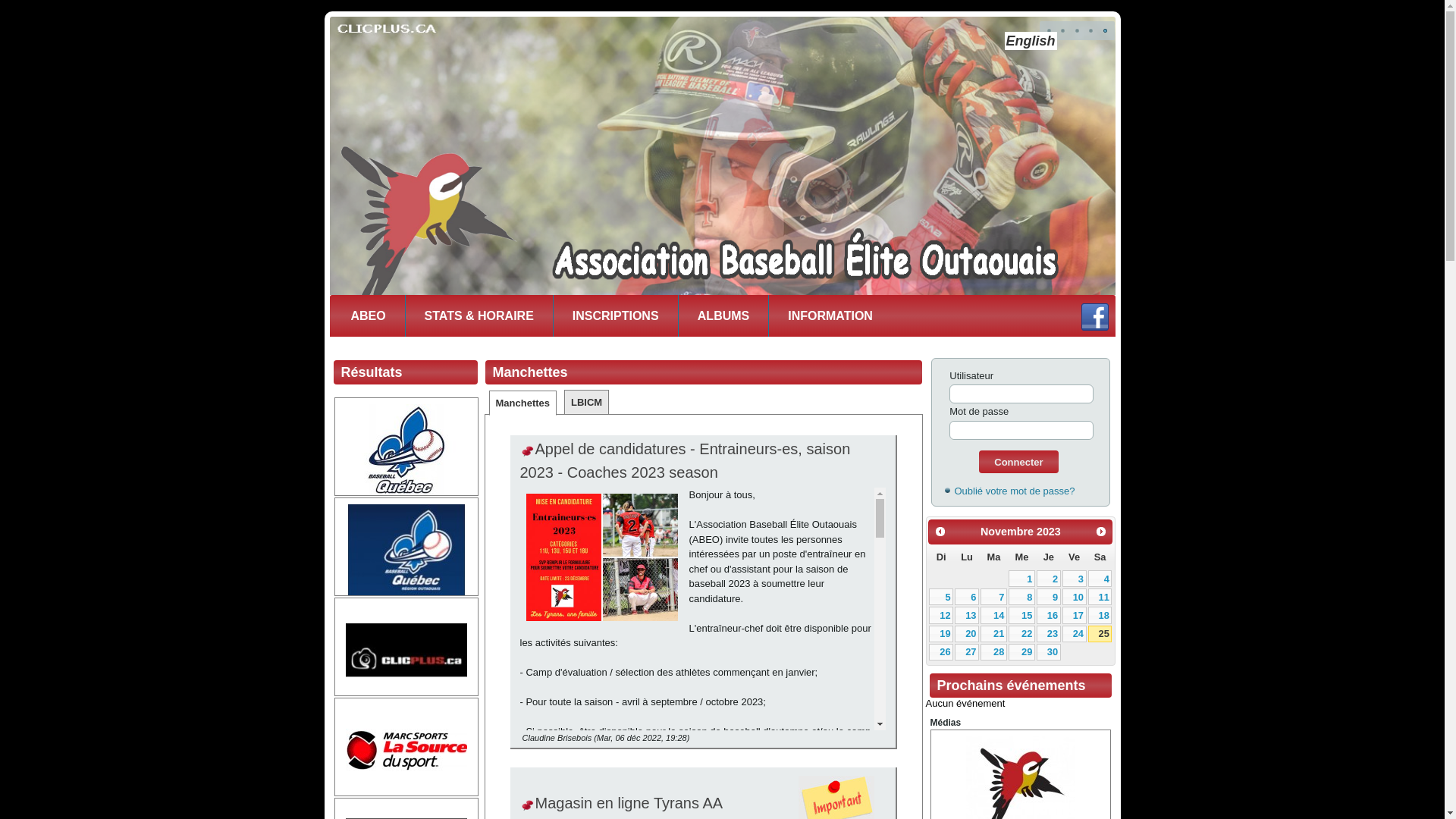 The image size is (1456, 819). I want to click on '28', so click(993, 651).